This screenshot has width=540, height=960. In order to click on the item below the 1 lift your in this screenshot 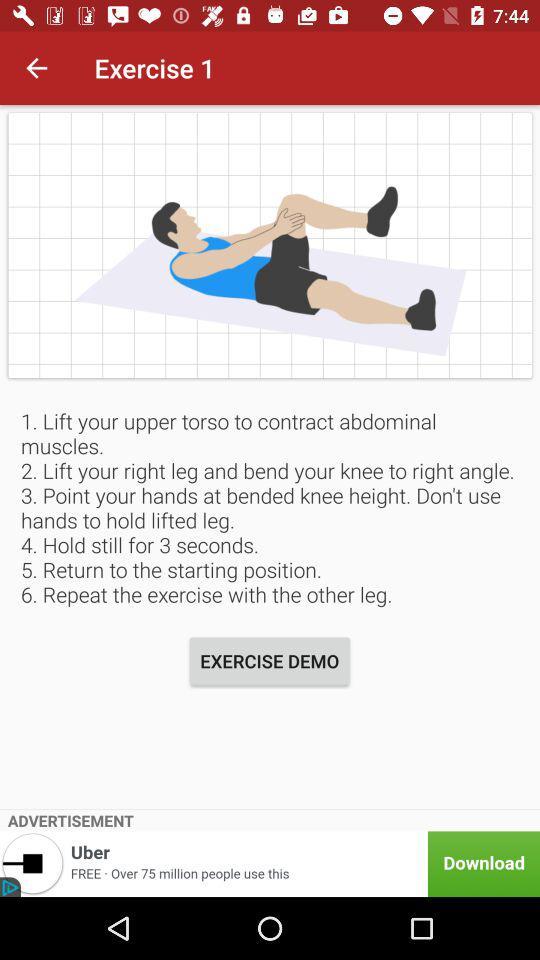, I will do `click(269, 661)`.